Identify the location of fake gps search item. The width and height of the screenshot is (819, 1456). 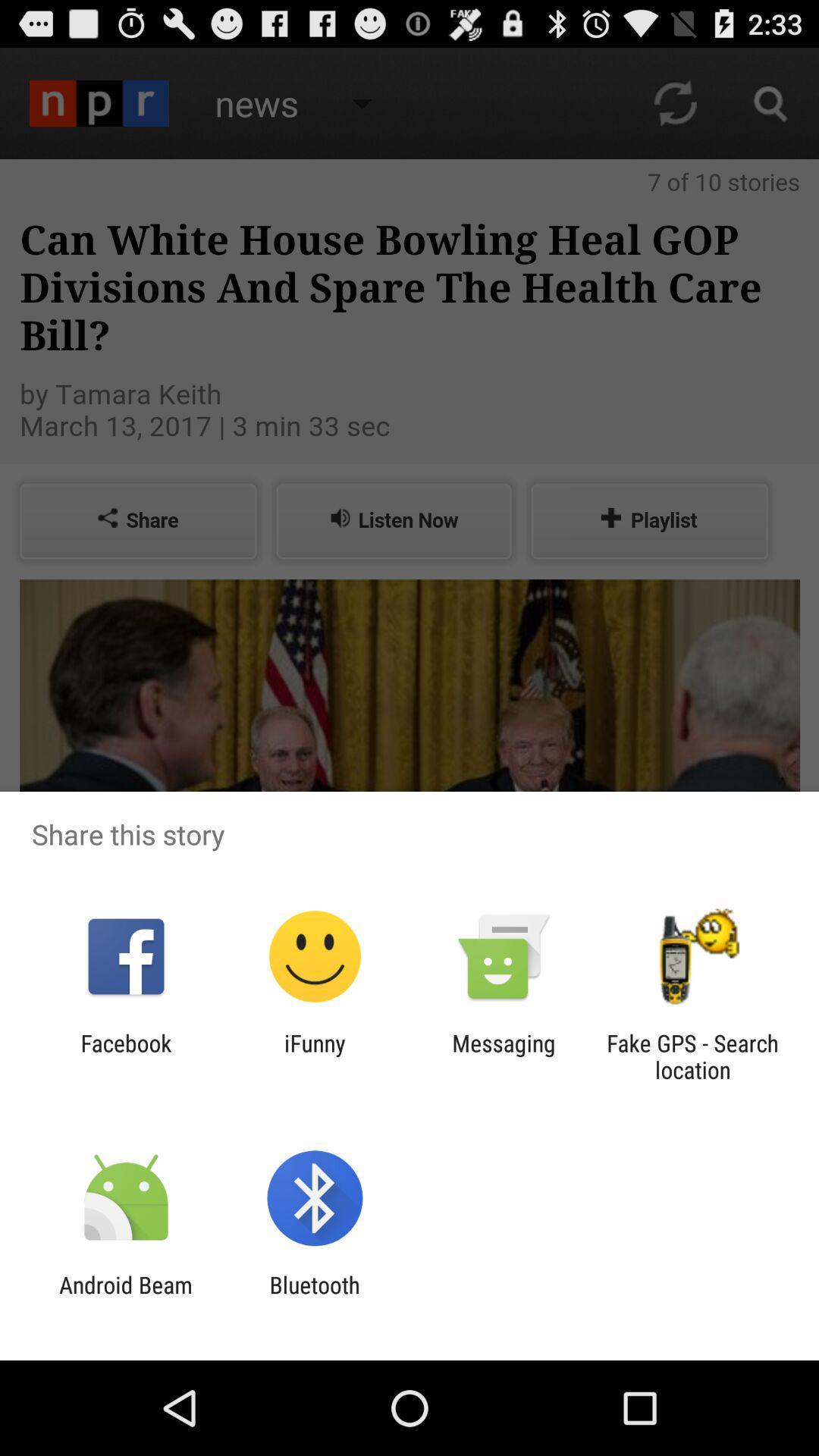
(692, 1056).